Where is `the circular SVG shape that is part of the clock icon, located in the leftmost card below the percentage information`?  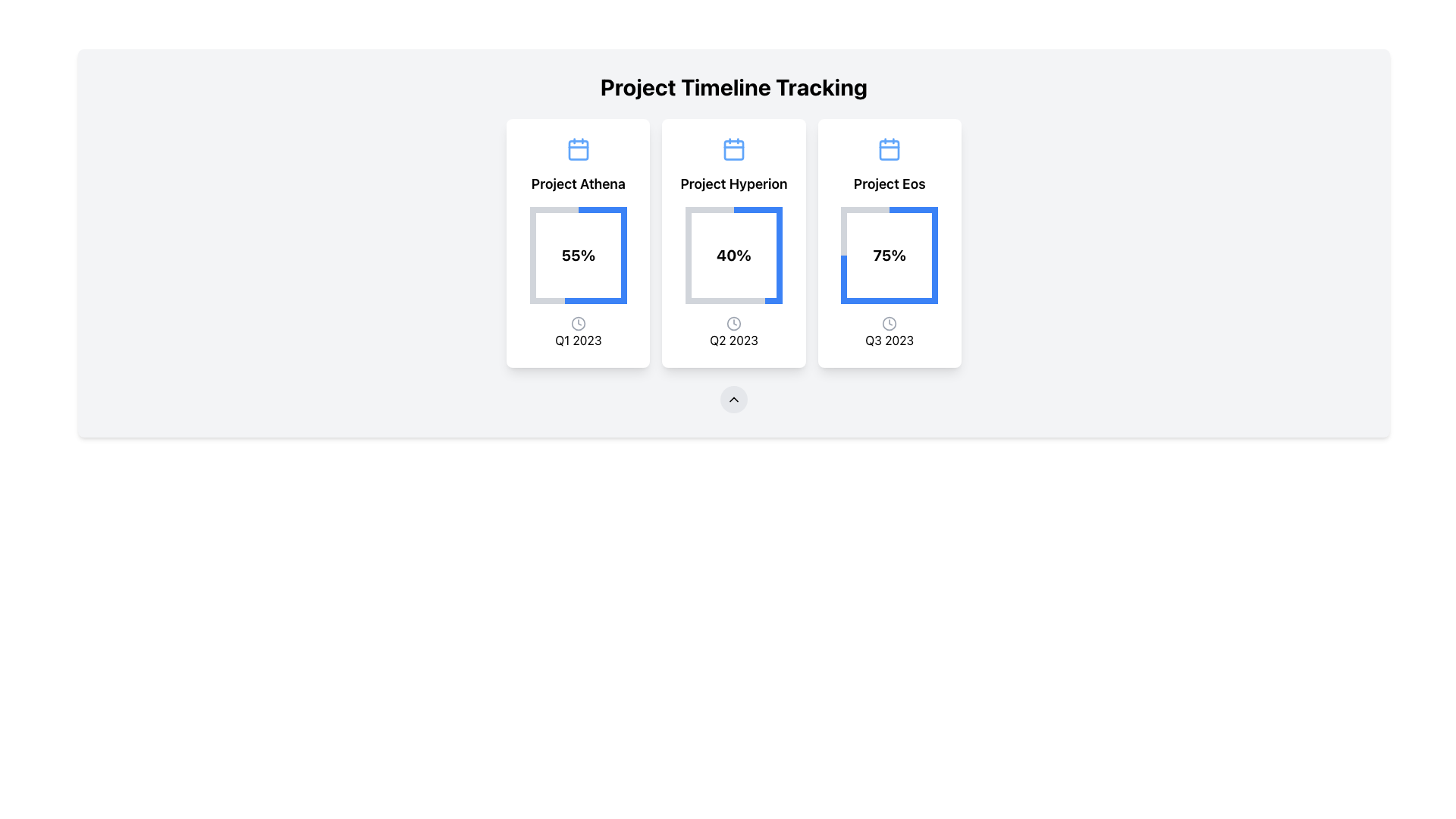 the circular SVG shape that is part of the clock icon, located in the leftmost card below the percentage information is located at coordinates (577, 323).